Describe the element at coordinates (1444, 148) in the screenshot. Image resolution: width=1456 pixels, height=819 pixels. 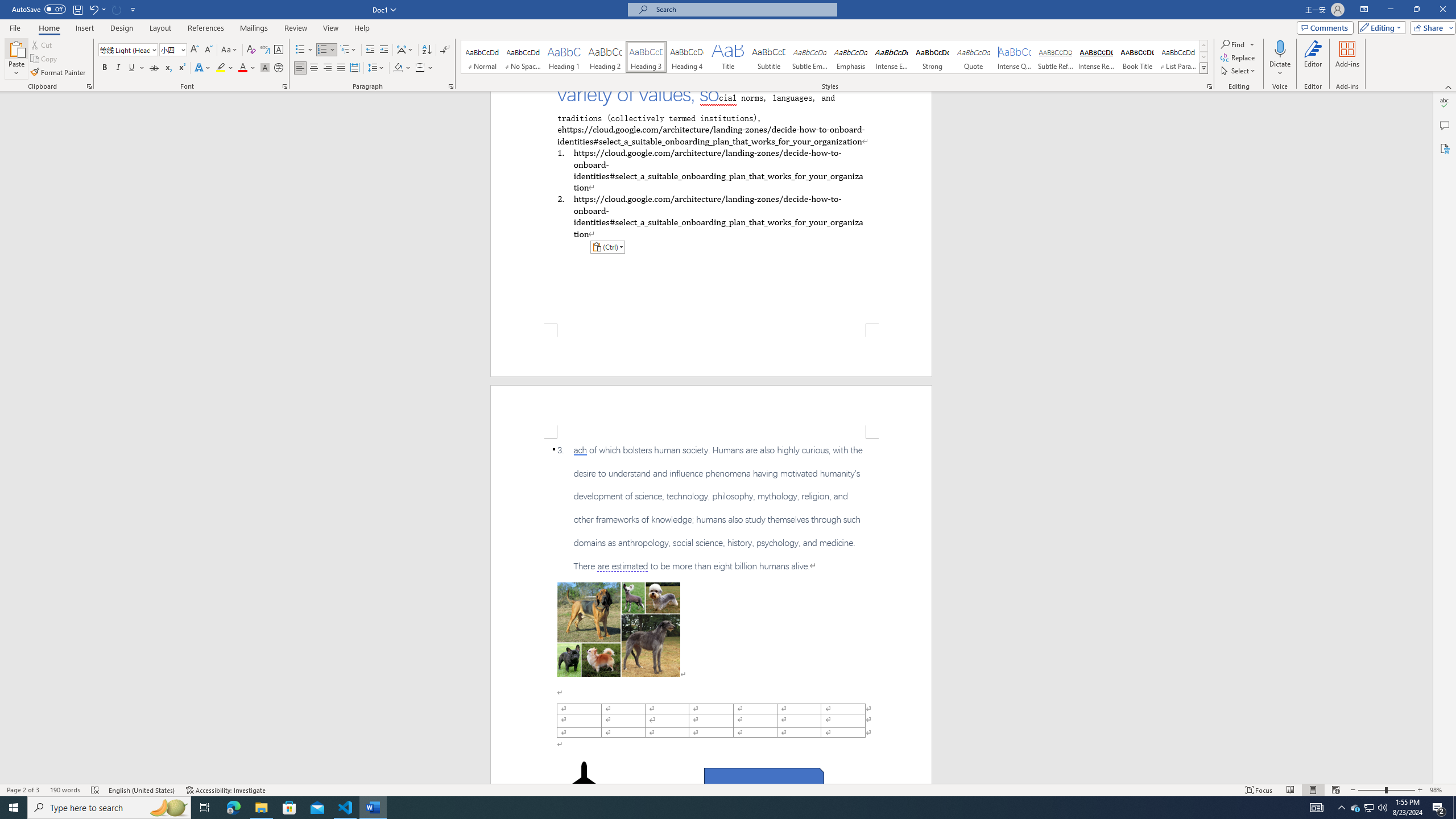
I see `'Accessibility'` at that location.